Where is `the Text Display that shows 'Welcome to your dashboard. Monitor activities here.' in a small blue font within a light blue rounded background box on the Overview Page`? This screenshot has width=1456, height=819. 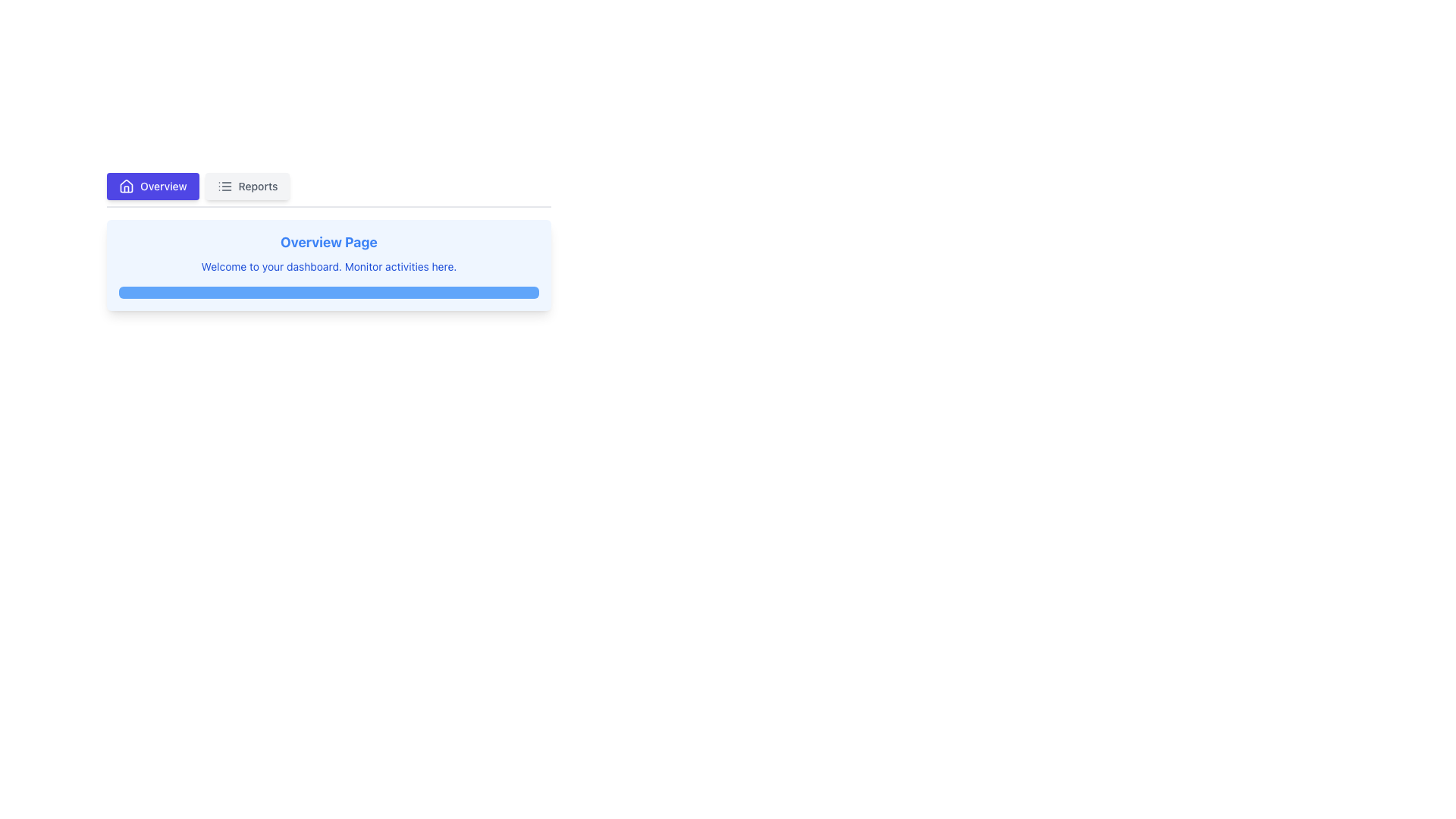
the Text Display that shows 'Welcome to your dashboard. Monitor activities here.' in a small blue font within a light blue rounded background box on the Overview Page is located at coordinates (328, 265).